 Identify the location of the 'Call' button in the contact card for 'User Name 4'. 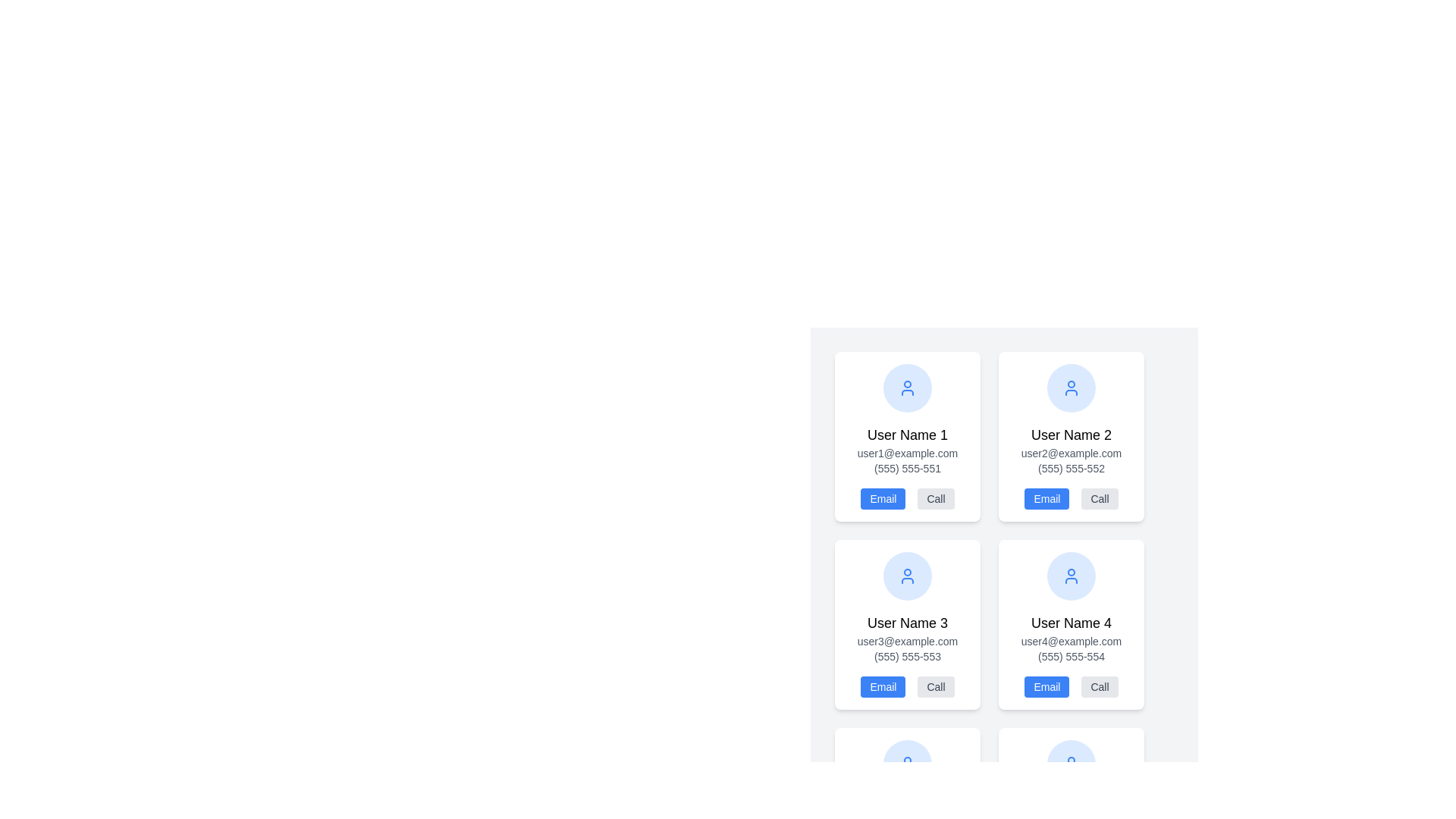
(1100, 687).